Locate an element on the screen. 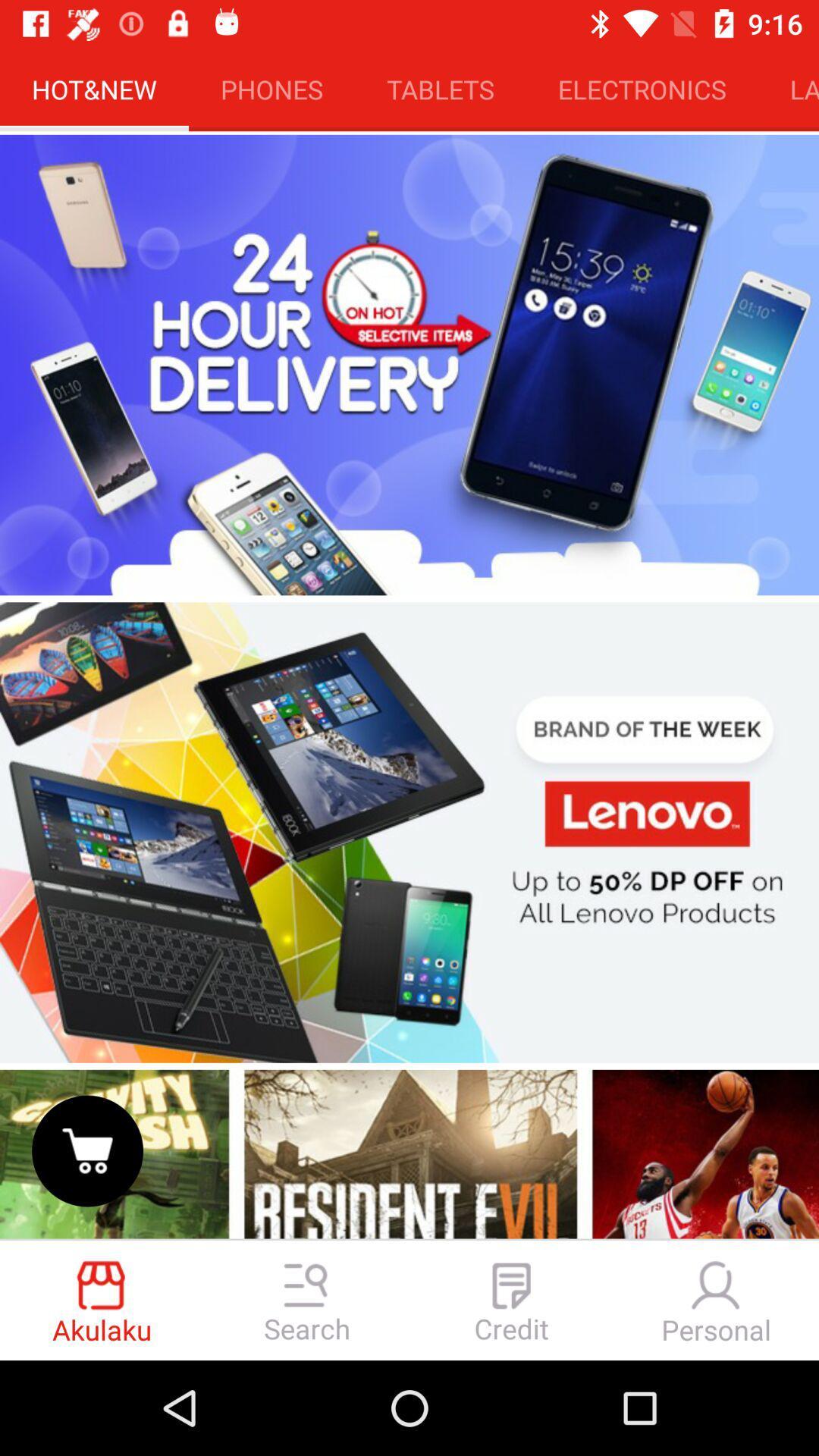 This screenshot has height=1456, width=819. see advertisement is located at coordinates (409, 832).